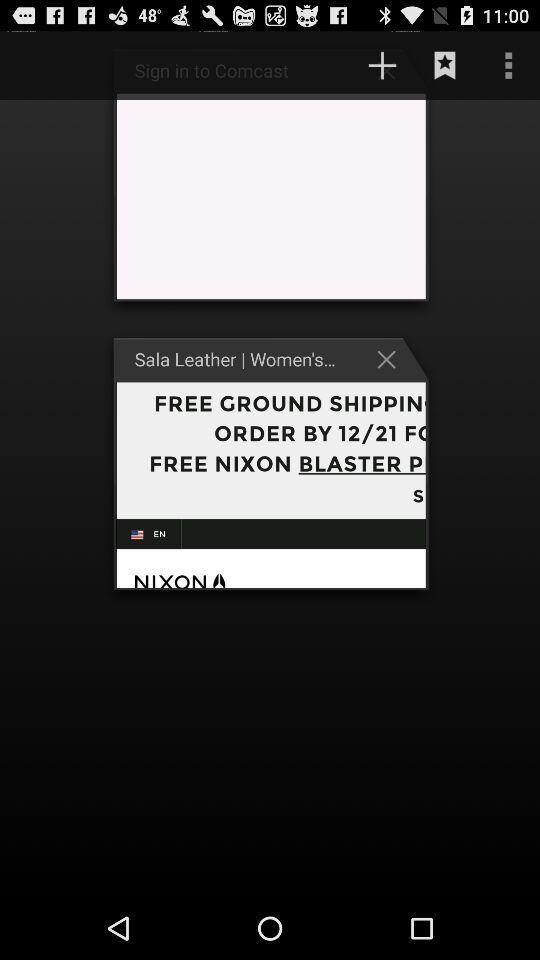 The width and height of the screenshot is (540, 960). I want to click on the close icon, so click(391, 383).